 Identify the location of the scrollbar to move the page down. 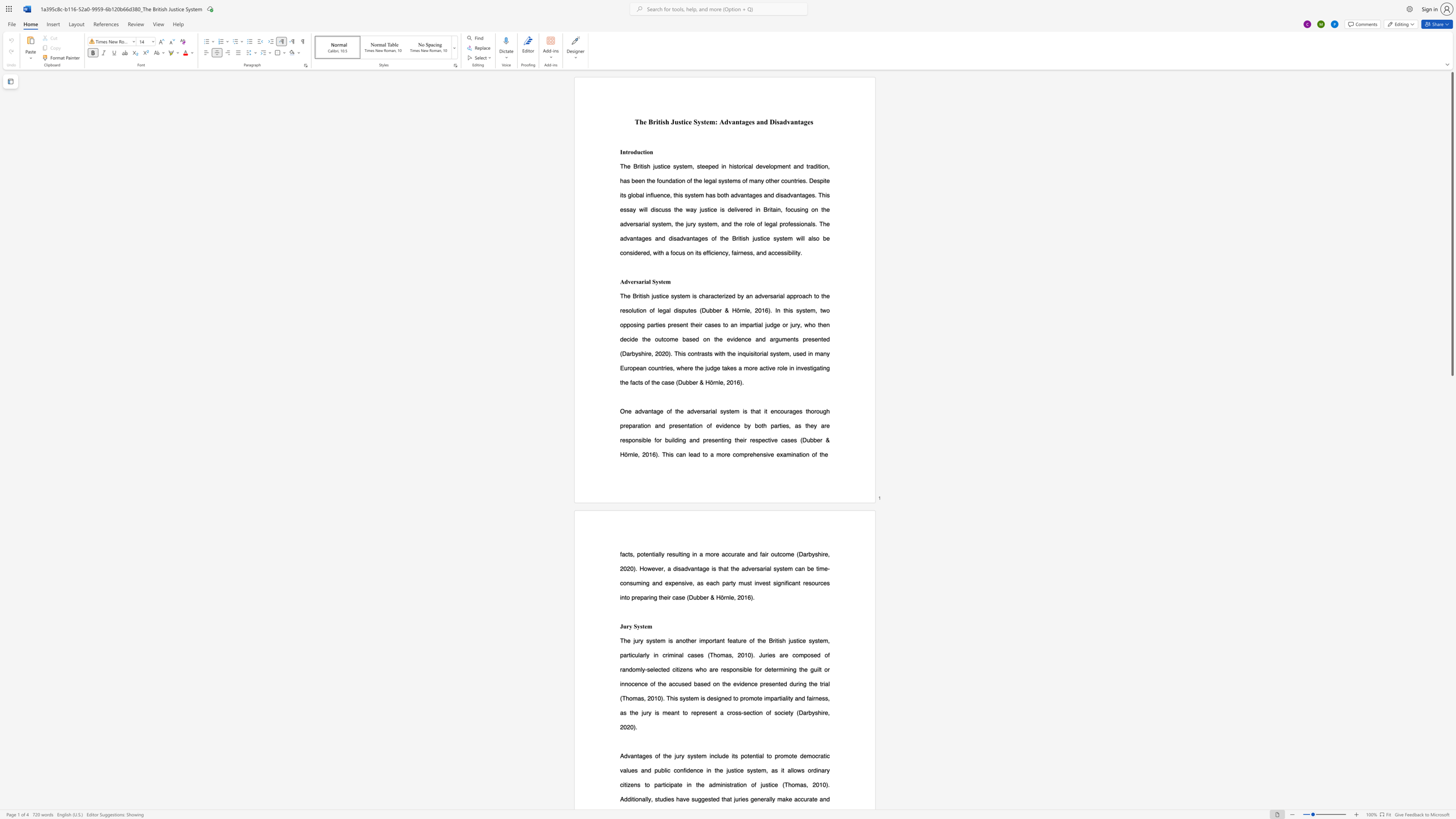
(1451, 742).